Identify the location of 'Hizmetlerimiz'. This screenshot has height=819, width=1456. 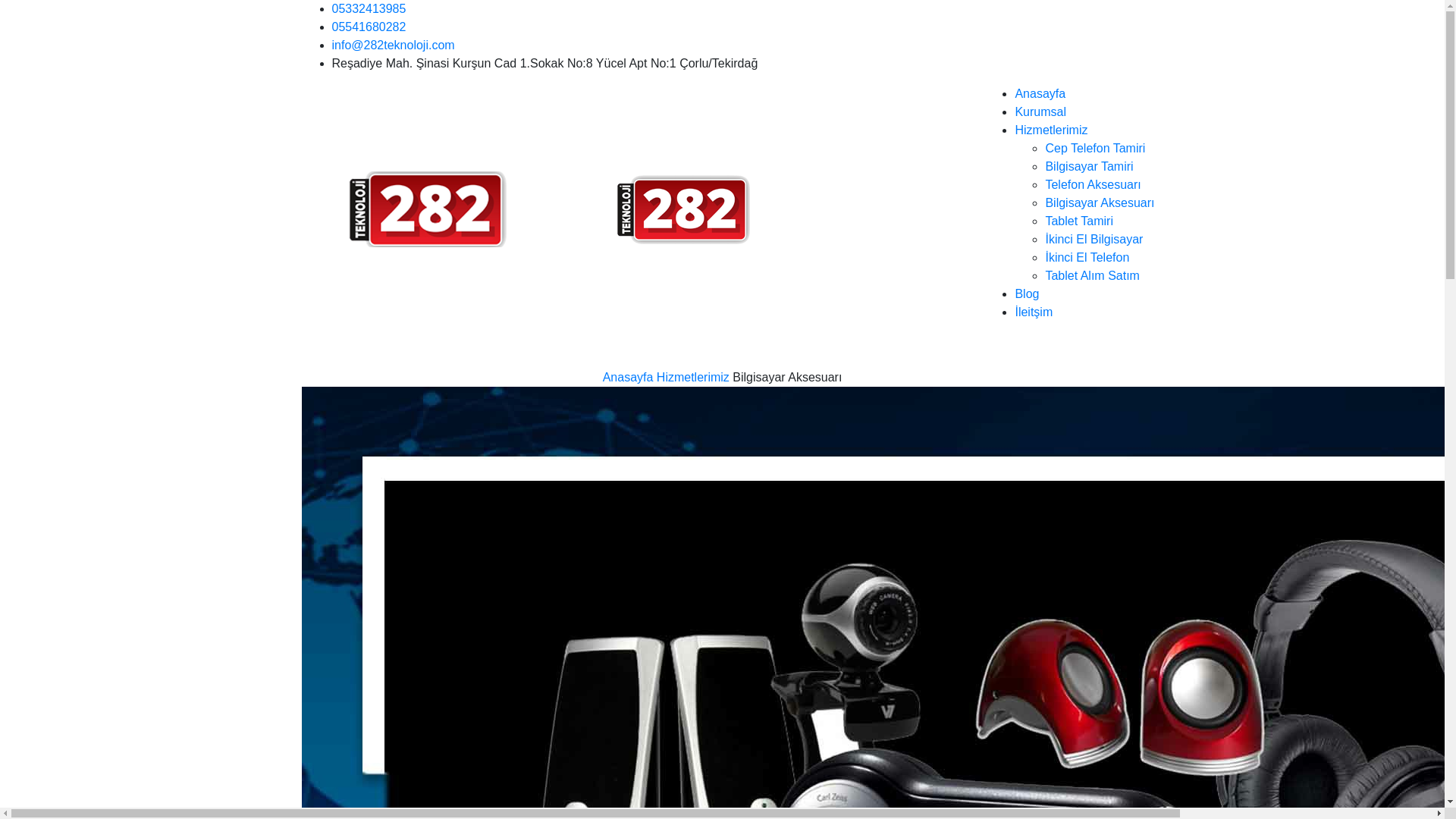
(1050, 129).